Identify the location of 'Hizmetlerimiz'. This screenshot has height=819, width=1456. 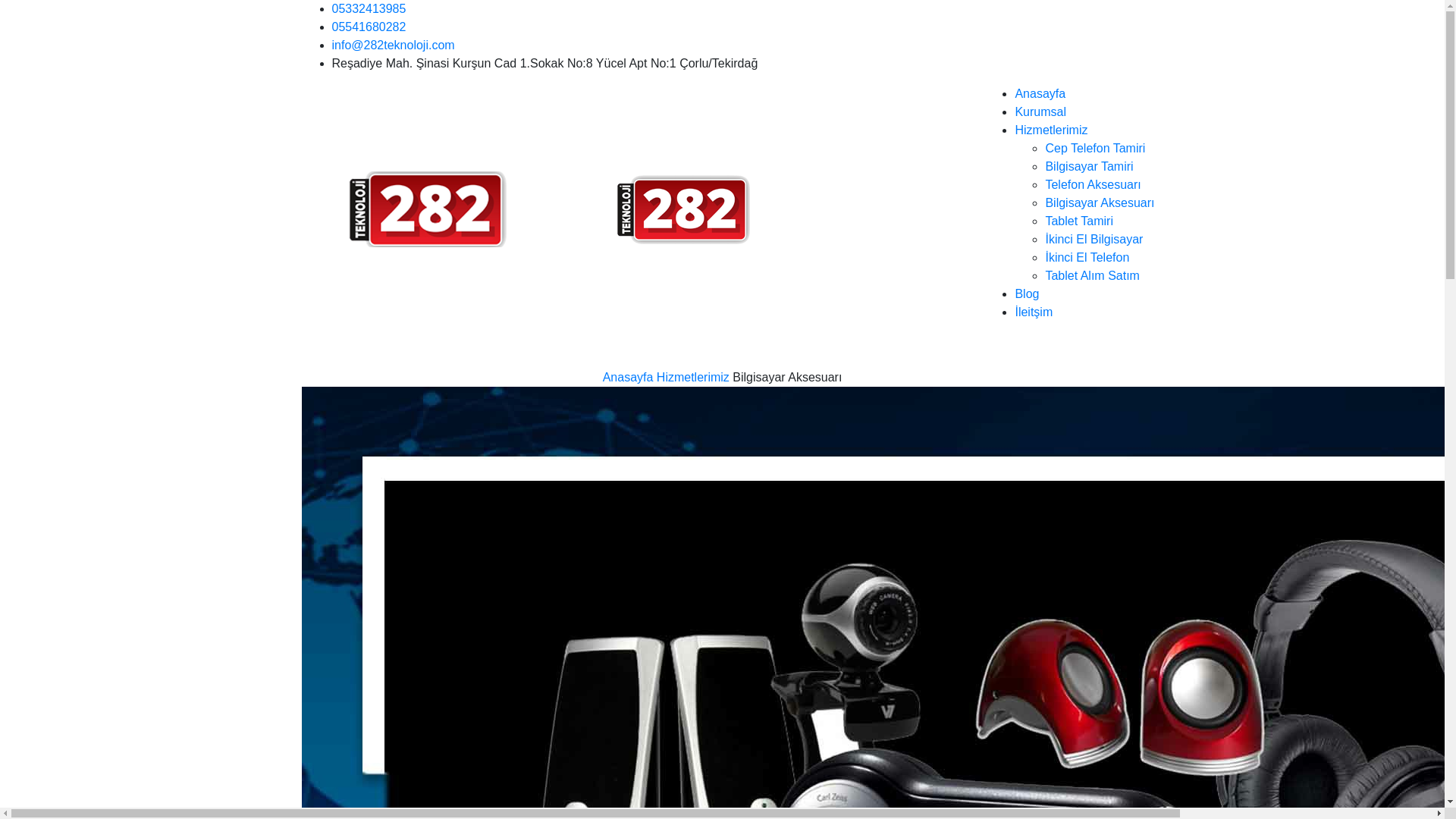
(1050, 129).